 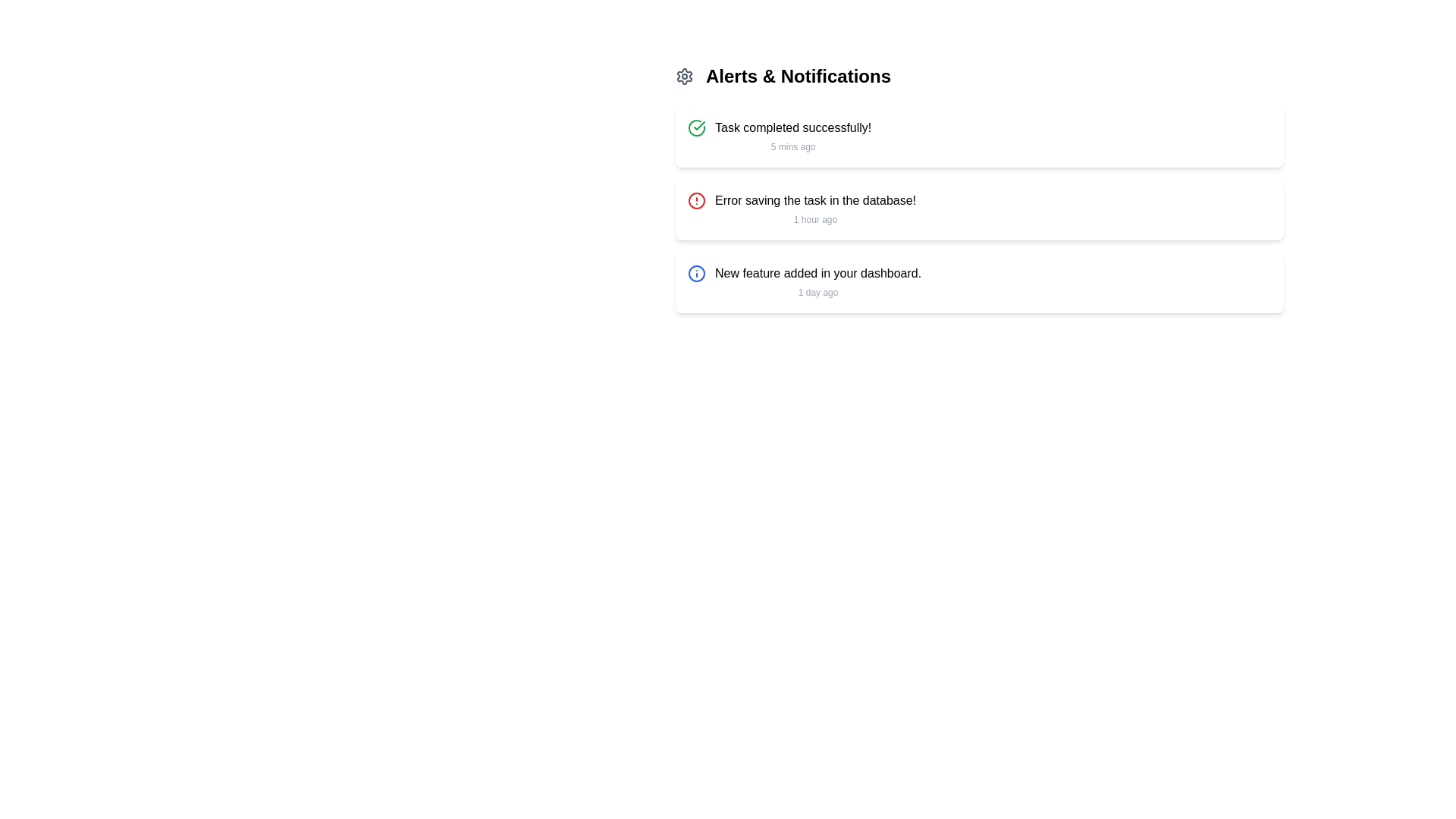 I want to click on the success notification text display component located below the 'Alerts & Notifications' heading, which features a green checkmark icon on the left, so click(x=792, y=137).